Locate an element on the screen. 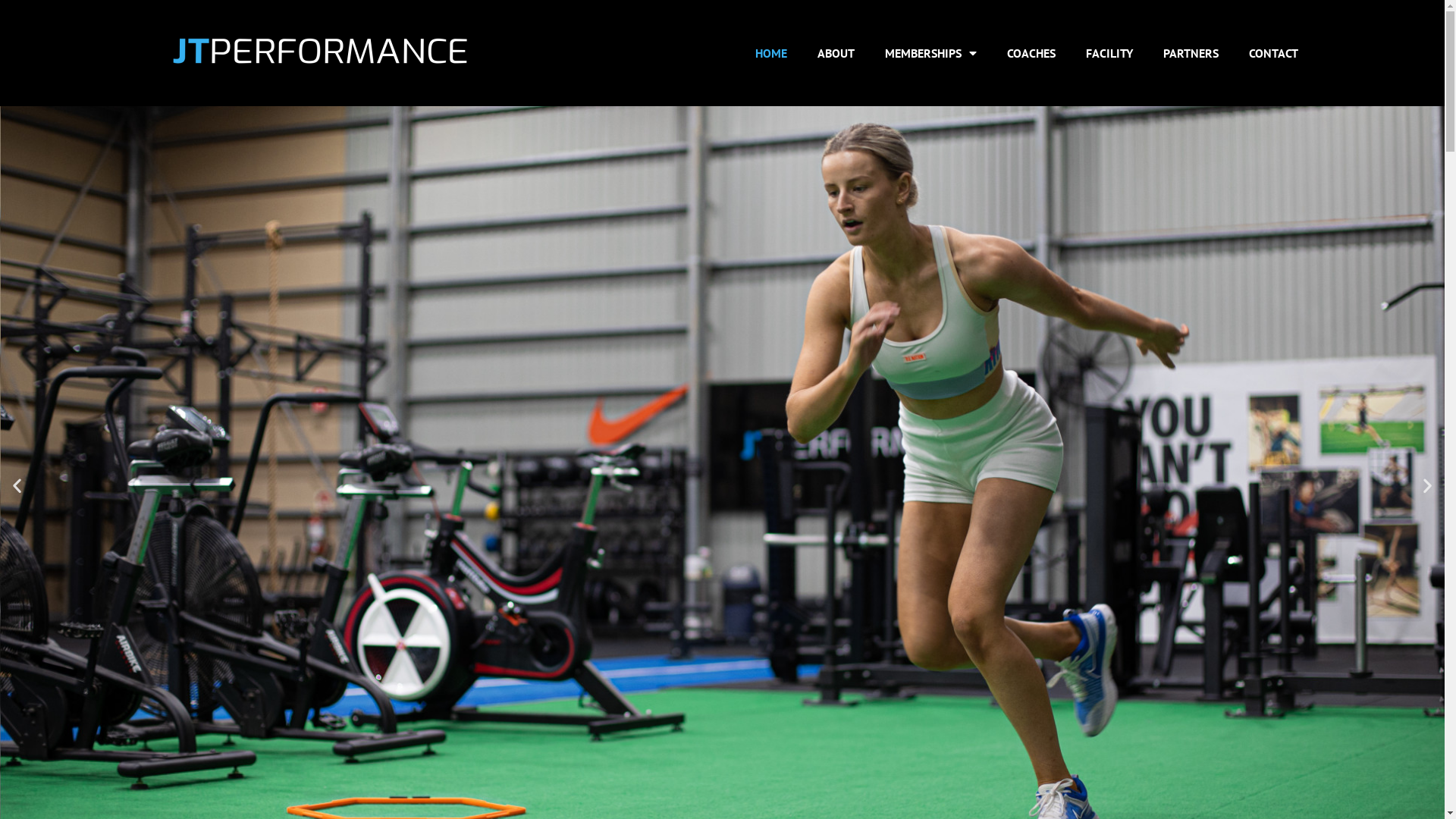  'ABOUT' is located at coordinates (835, 52).